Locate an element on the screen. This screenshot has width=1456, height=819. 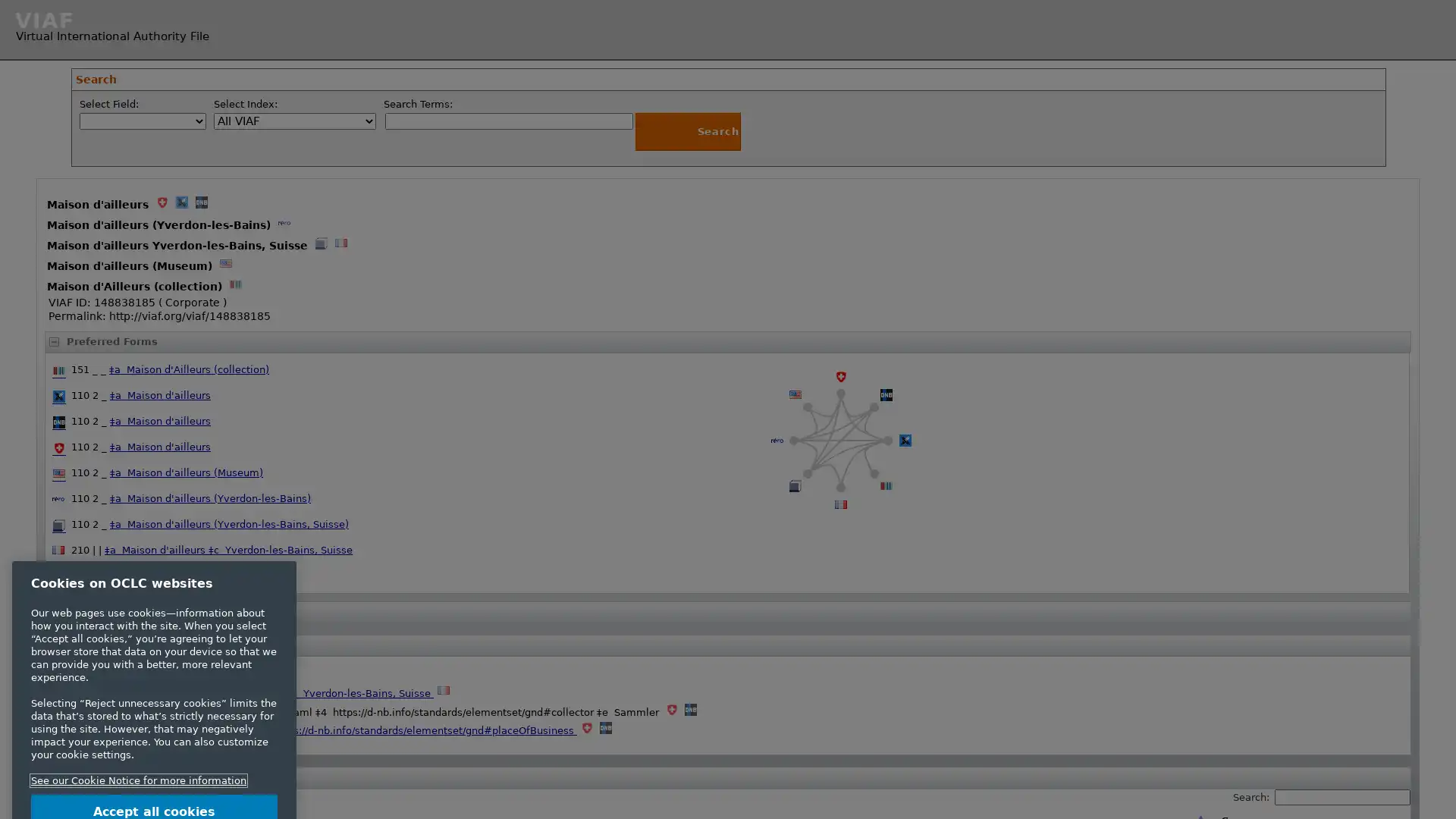
Customize cookie settings is located at coordinates (154, 760).